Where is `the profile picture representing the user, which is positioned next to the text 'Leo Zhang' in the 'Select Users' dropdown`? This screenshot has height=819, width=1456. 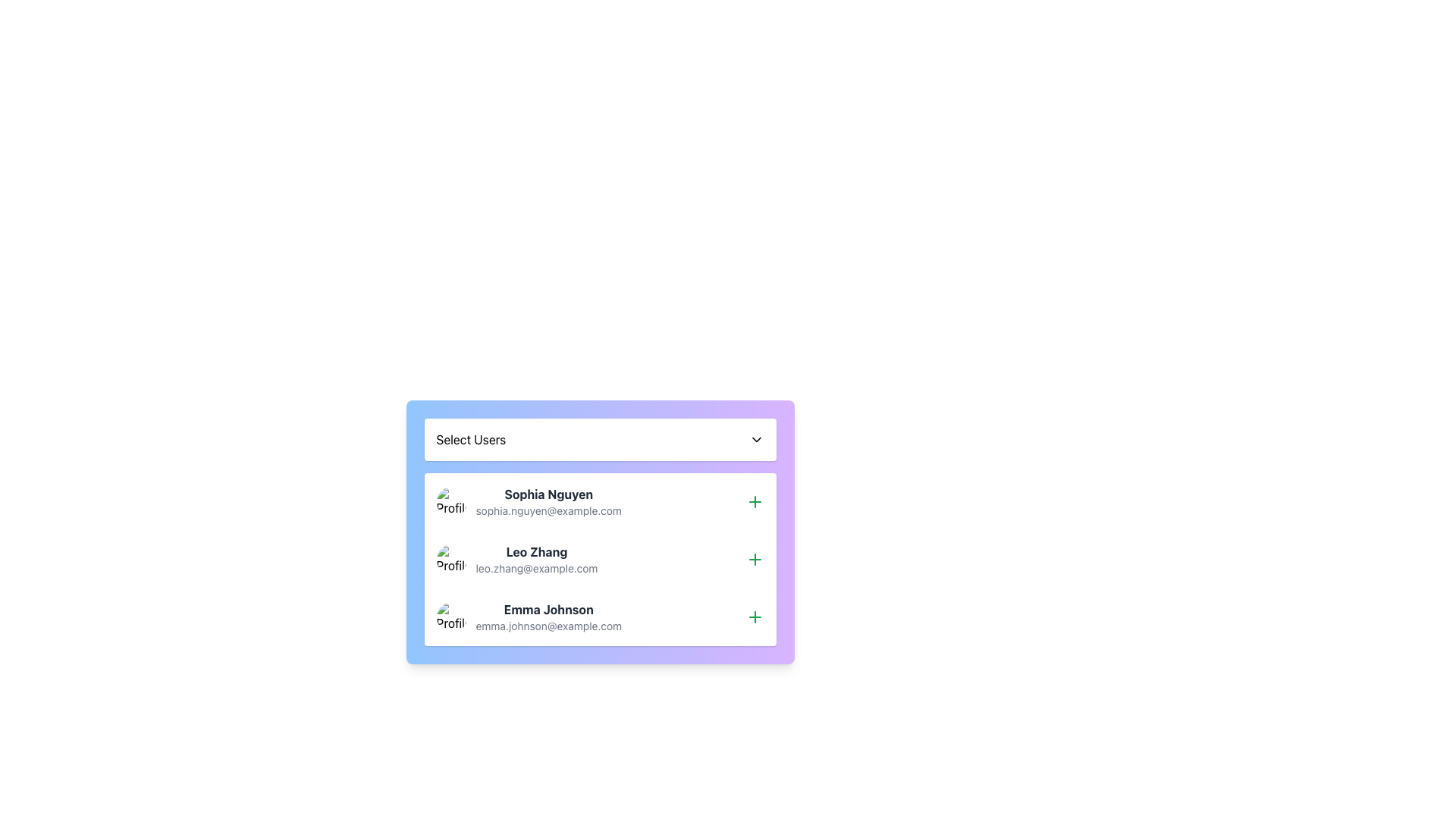 the profile picture representing the user, which is positioned next to the text 'Leo Zhang' in the 'Select Users' dropdown is located at coordinates (450, 559).